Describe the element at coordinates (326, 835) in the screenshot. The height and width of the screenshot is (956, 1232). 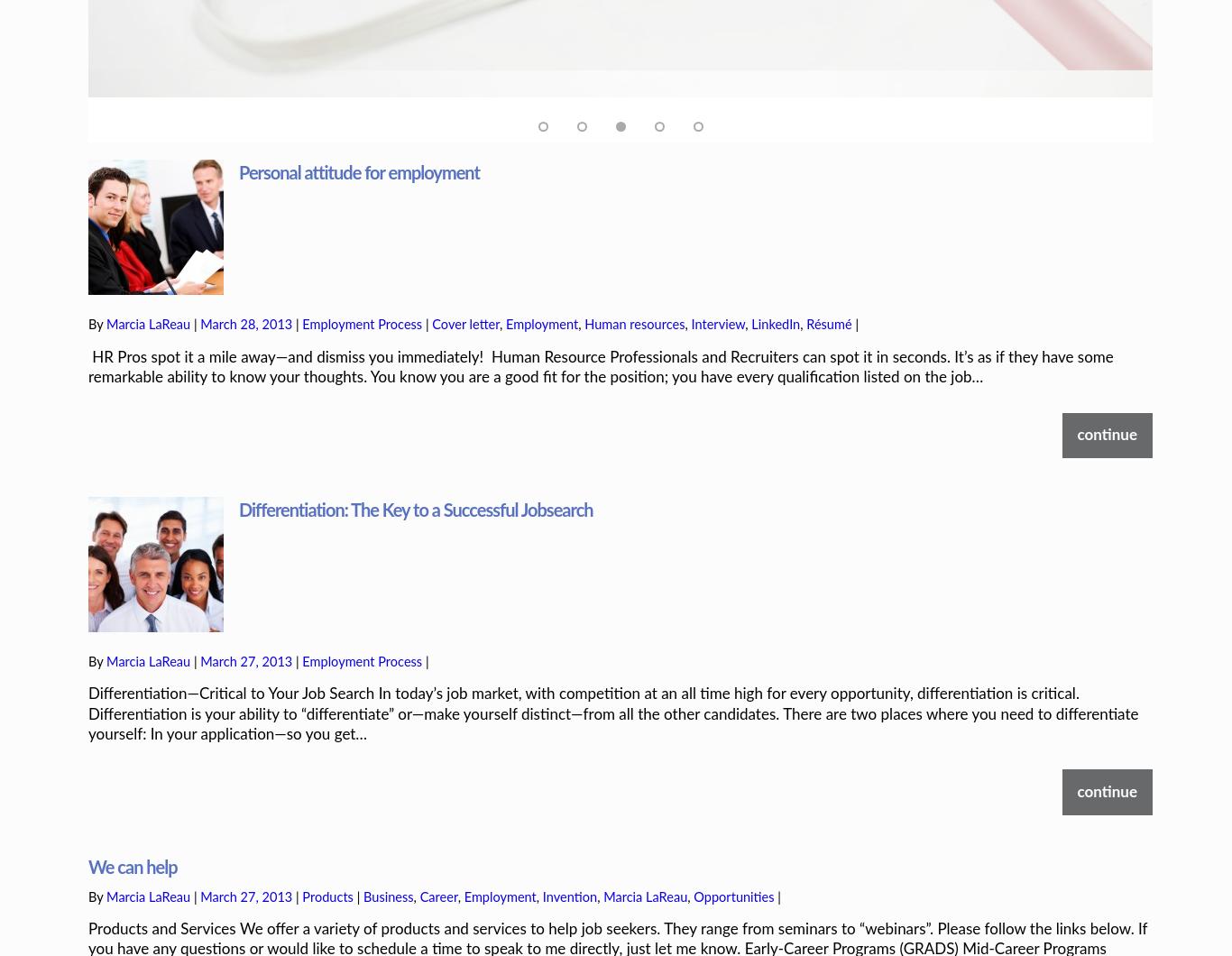
I see `'Products'` at that location.